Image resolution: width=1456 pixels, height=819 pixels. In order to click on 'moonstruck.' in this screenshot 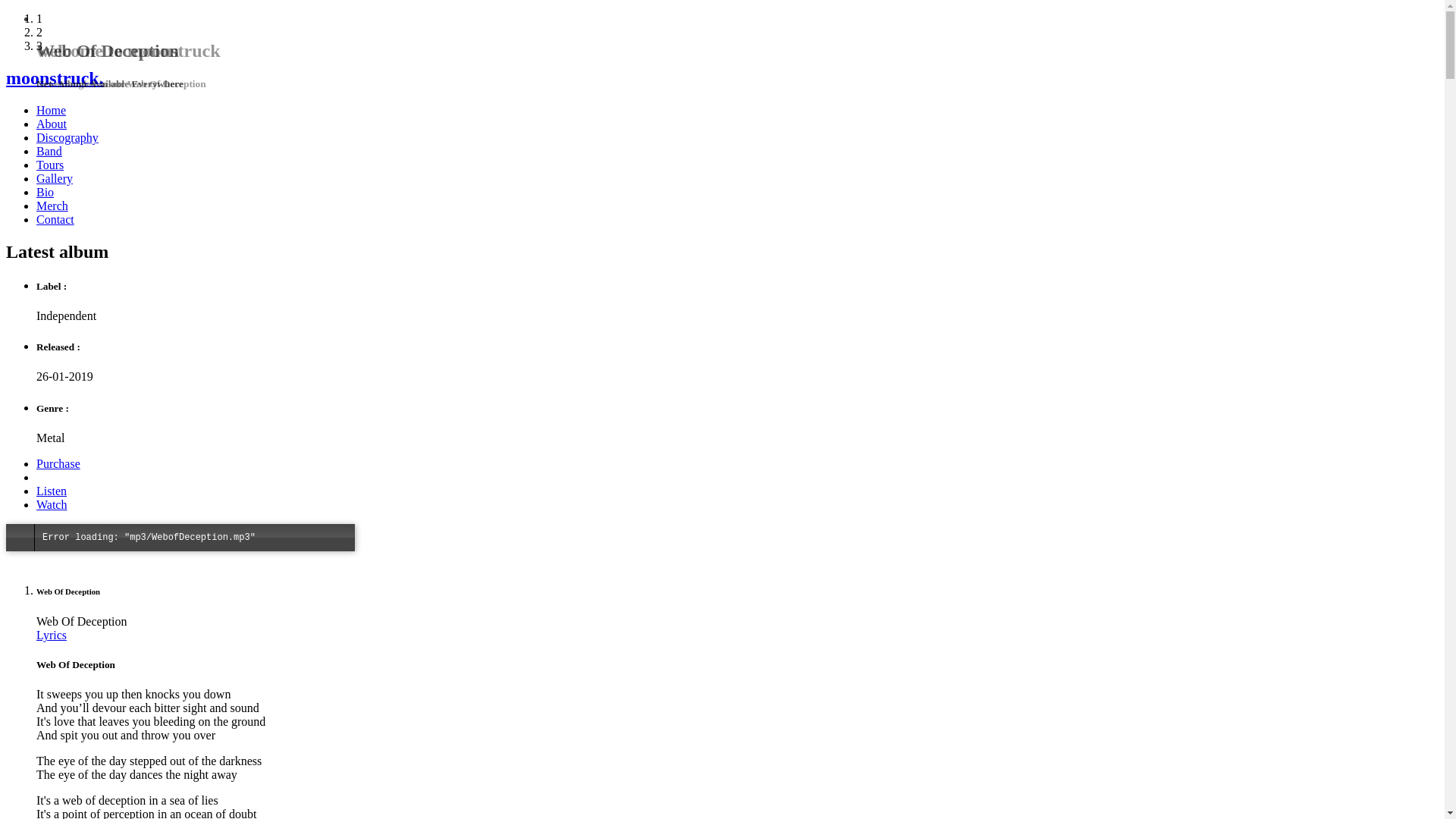, I will do `click(721, 78)`.